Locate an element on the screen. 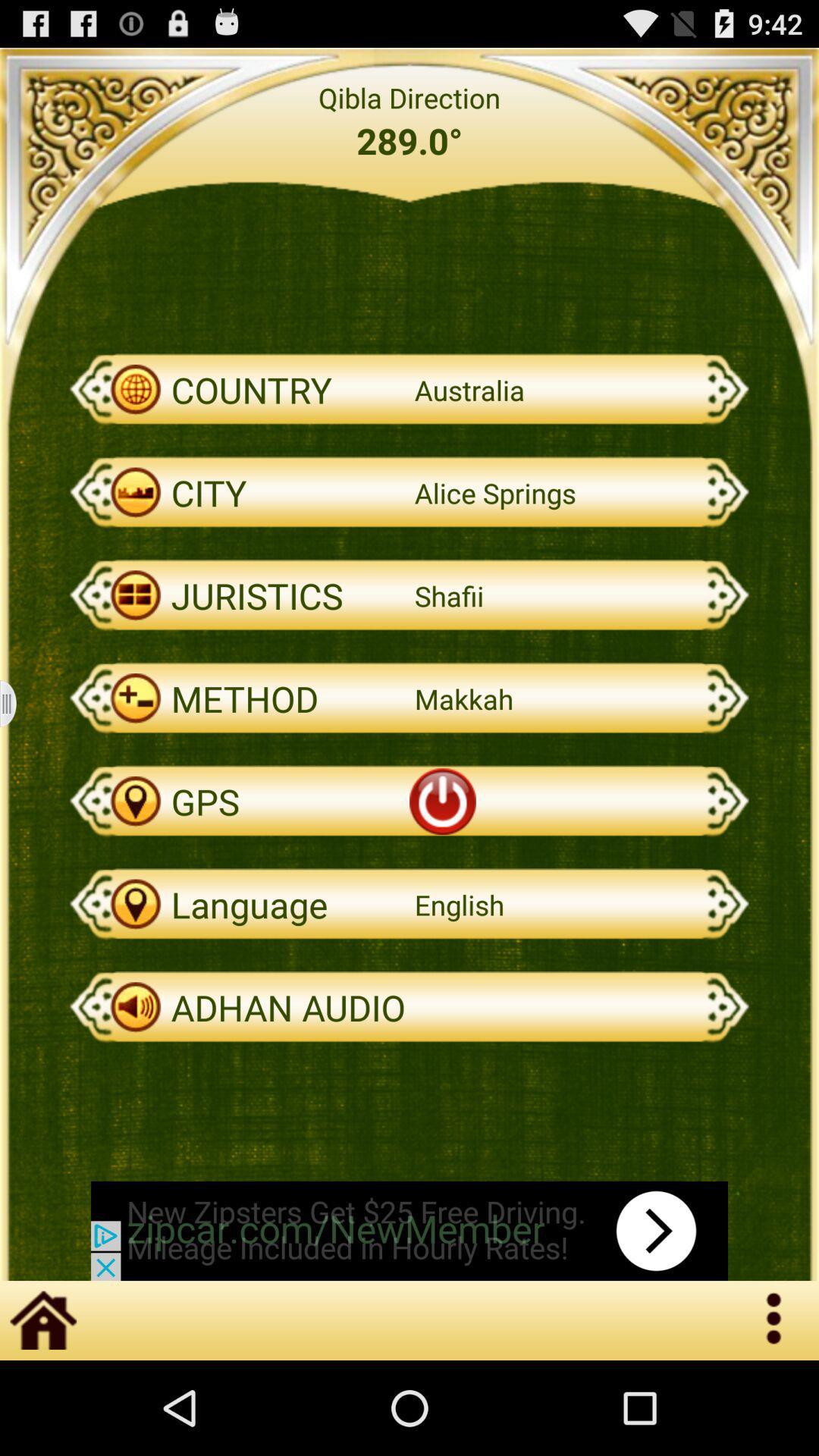 The height and width of the screenshot is (1456, 819). open advertisement is located at coordinates (409, 1231).